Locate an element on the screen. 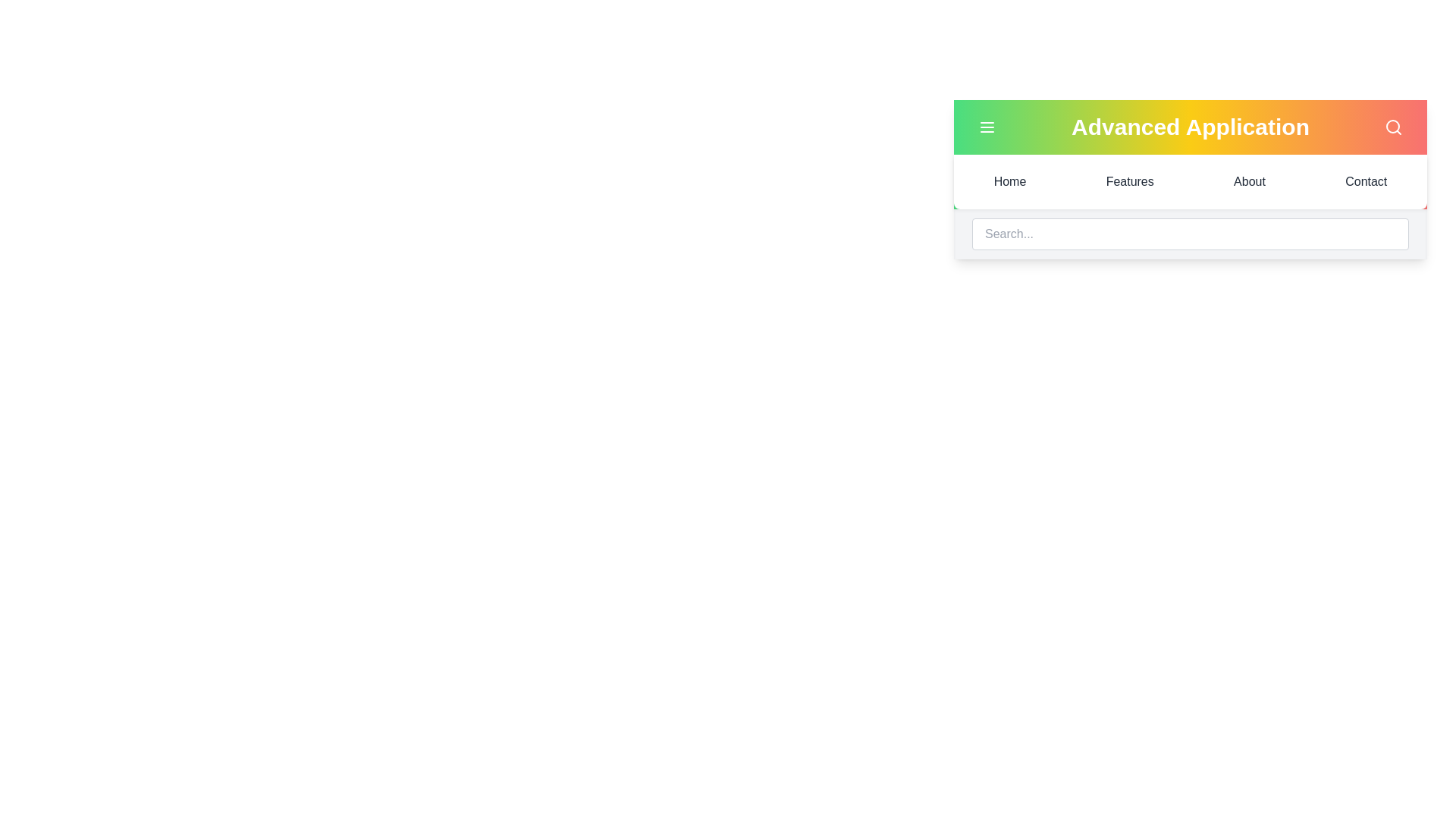 Image resolution: width=1456 pixels, height=819 pixels. the menu item About to navigate is located at coordinates (1249, 180).